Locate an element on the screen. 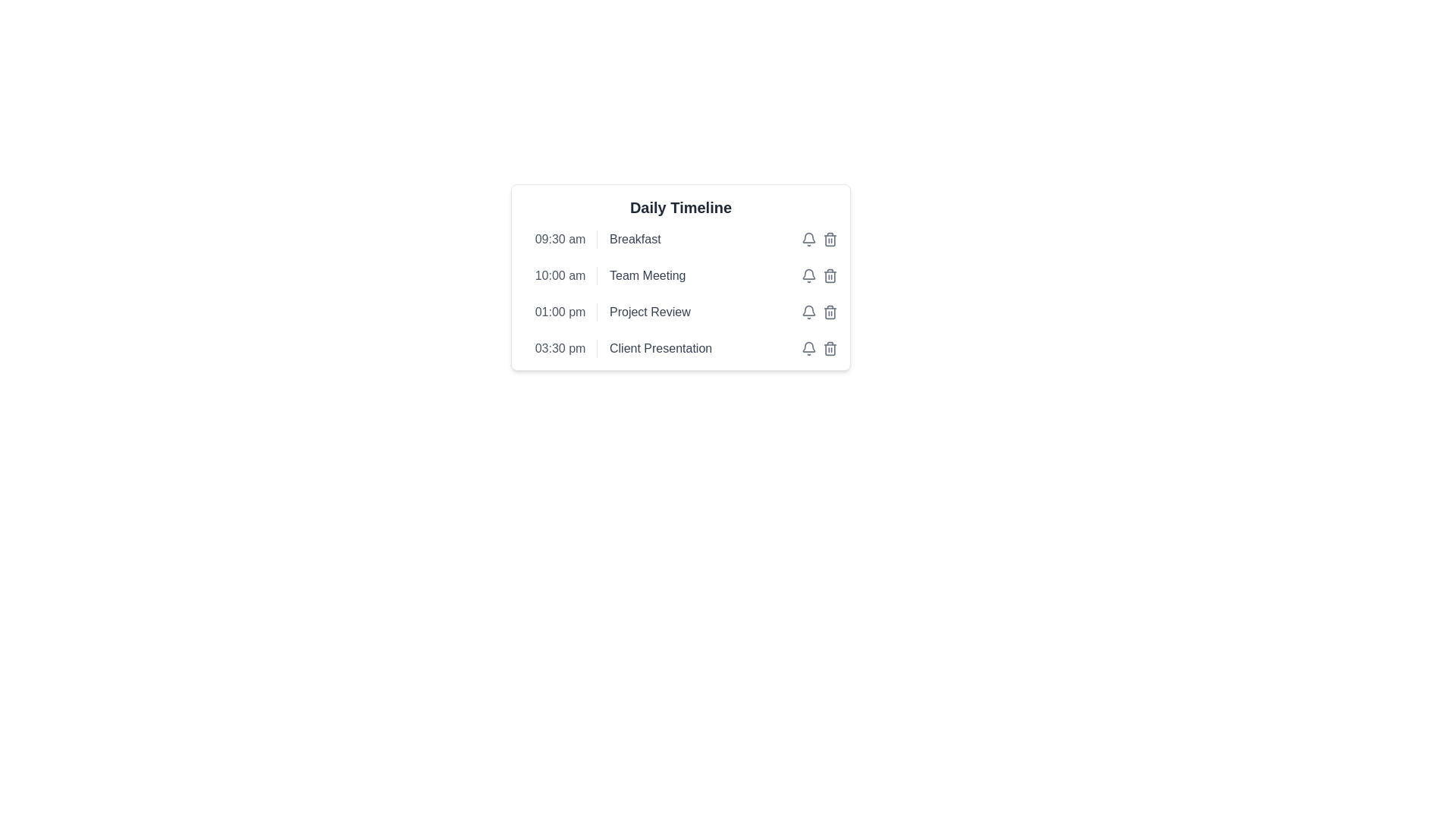 The height and width of the screenshot is (819, 1456). the topmost delete icon button with a trash bin symbol located in the column of delete icons on the right side of the timeline is located at coordinates (829, 239).